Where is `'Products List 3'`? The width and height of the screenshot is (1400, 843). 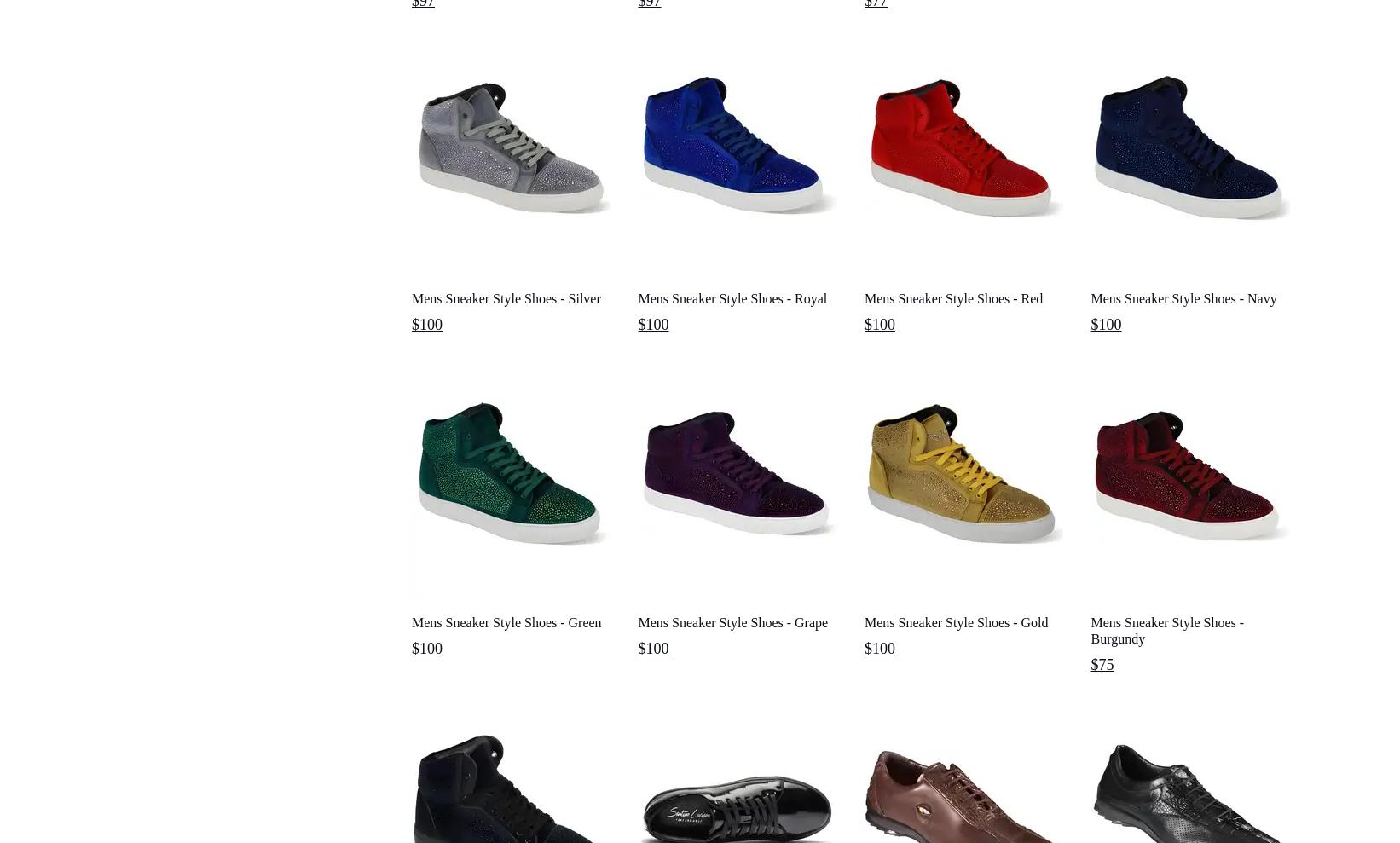
'Products List 3' is located at coordinates (95, 43).